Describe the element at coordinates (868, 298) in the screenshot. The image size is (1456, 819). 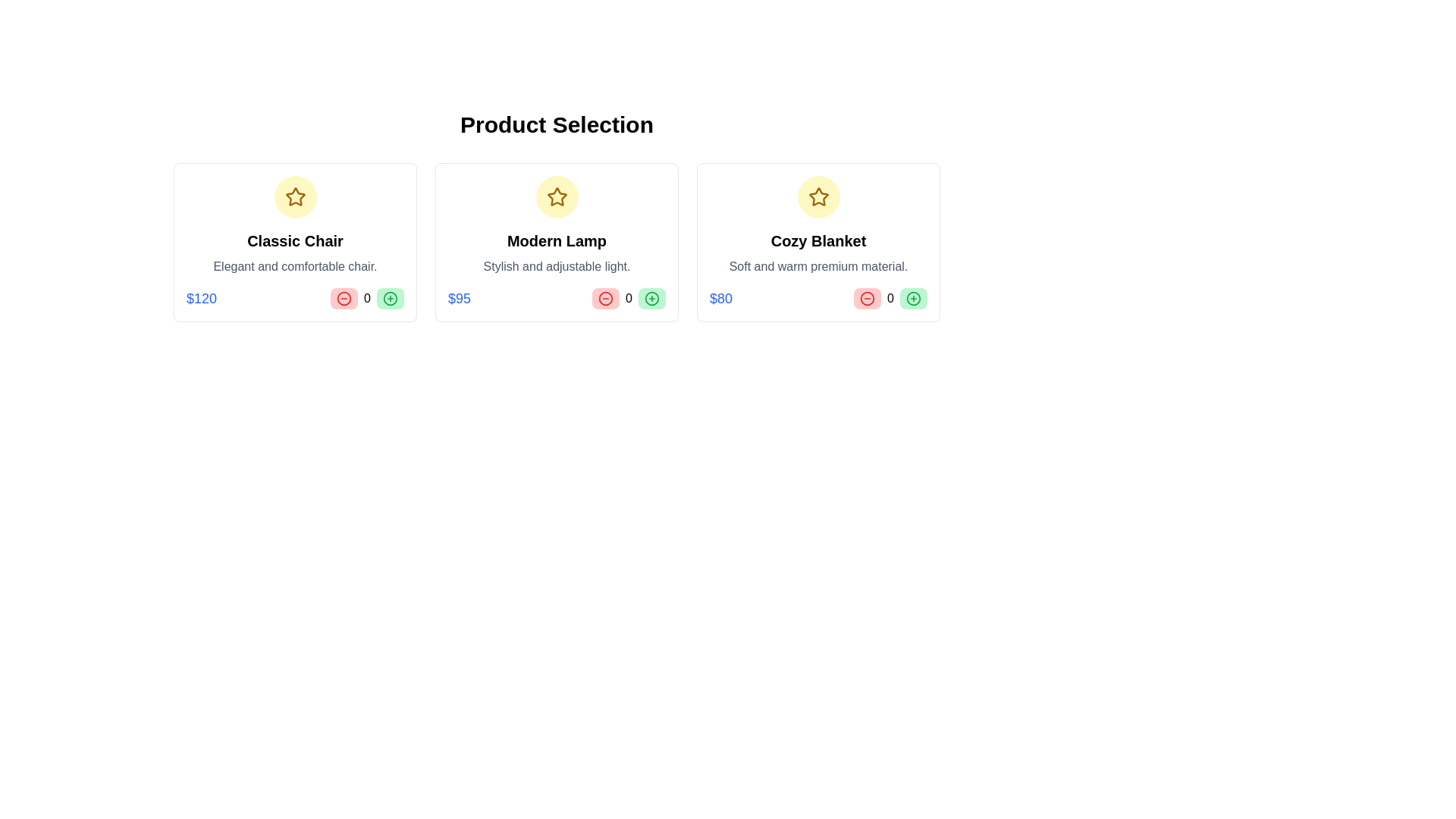
I see `the red circular minus icon located at the bottom section of the 'Cozy Blanket' card` at that location.